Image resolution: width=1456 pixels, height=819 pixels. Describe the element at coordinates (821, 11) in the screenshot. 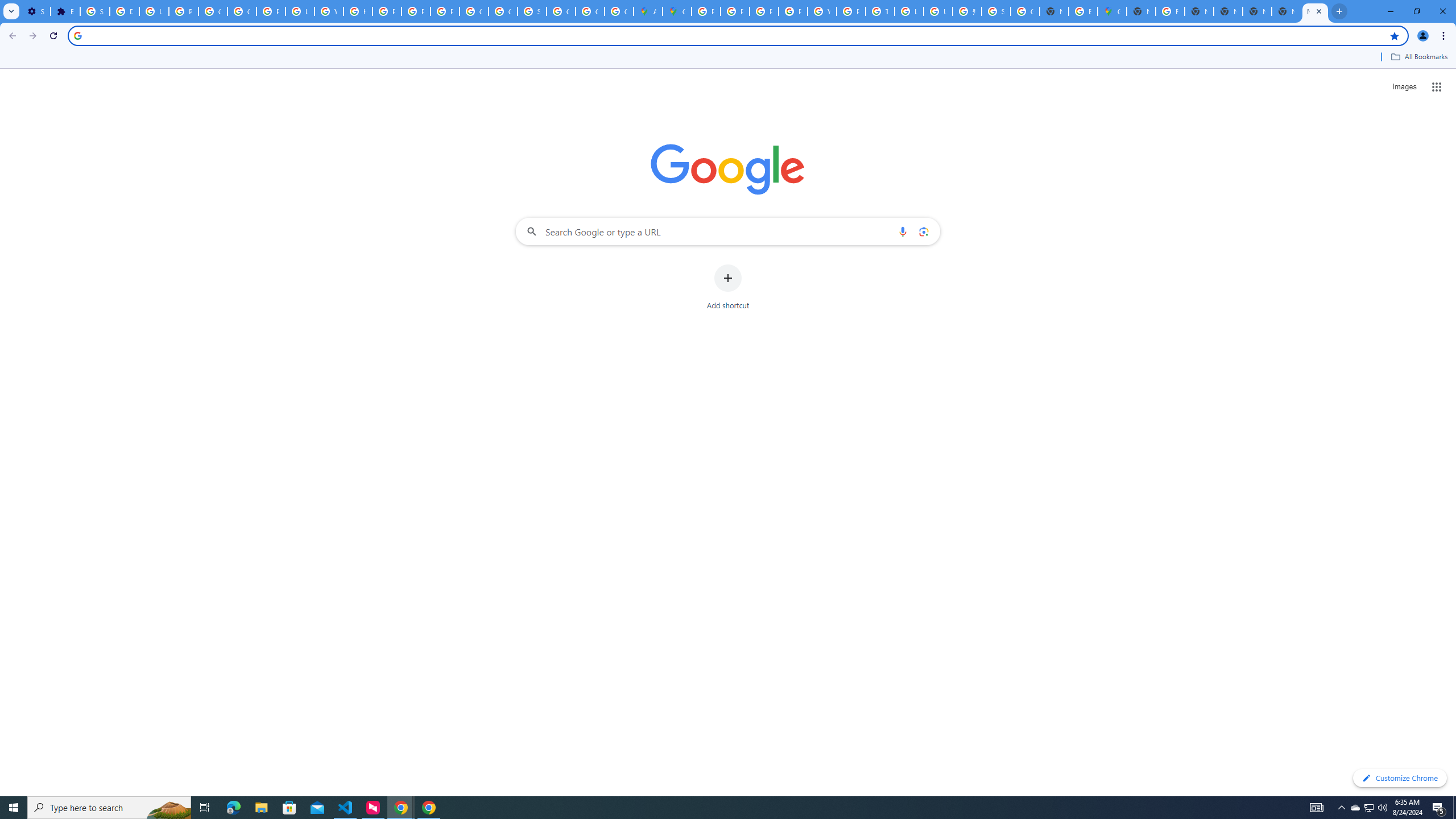

I see `'YouTube'` at that location.